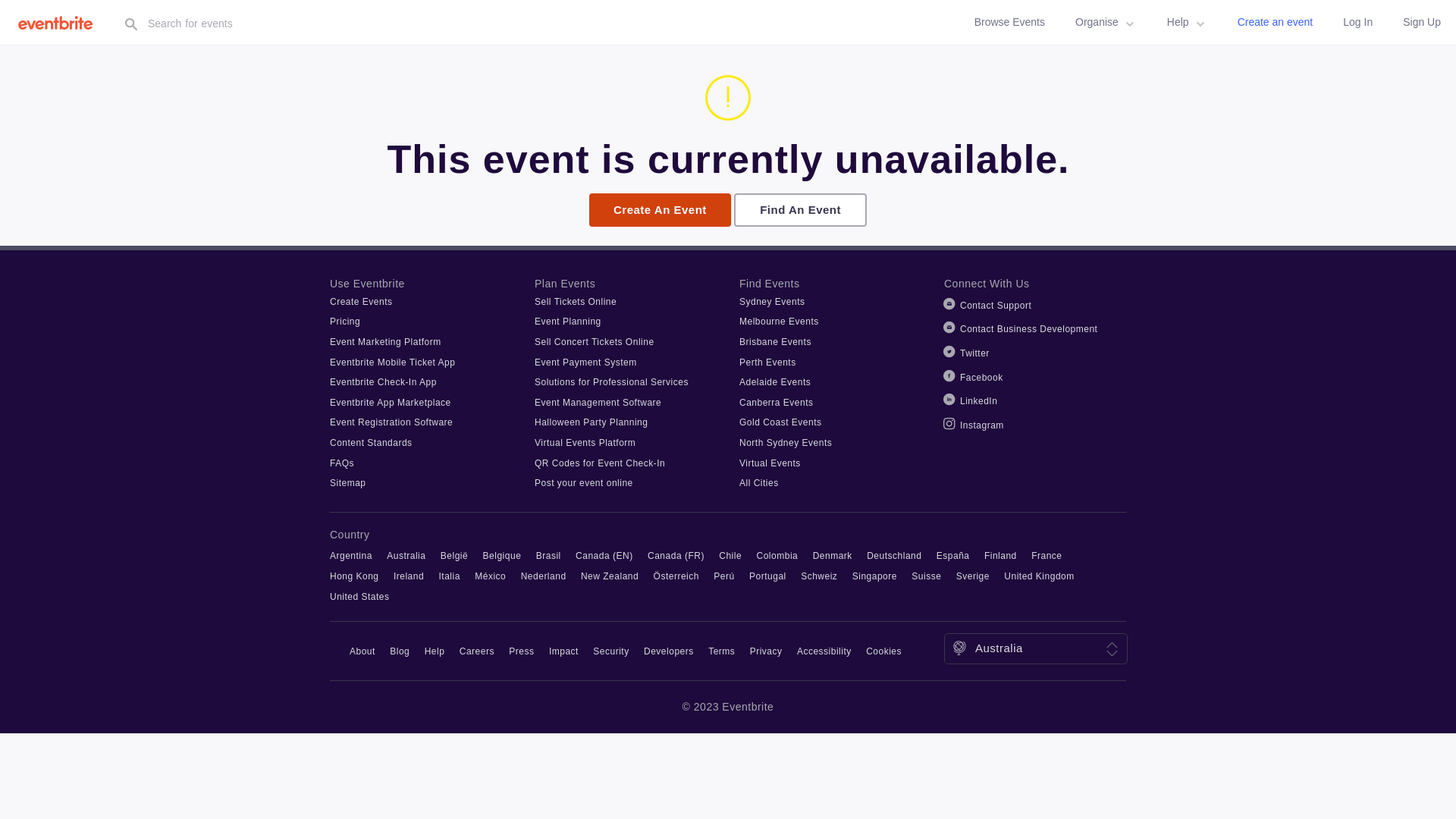 This screenshot has height=819, width=1456. What do you see at coordinates (675, 555) in the screenshot?
I see `'Canada (FR)'` at bounding box center [675, 555].